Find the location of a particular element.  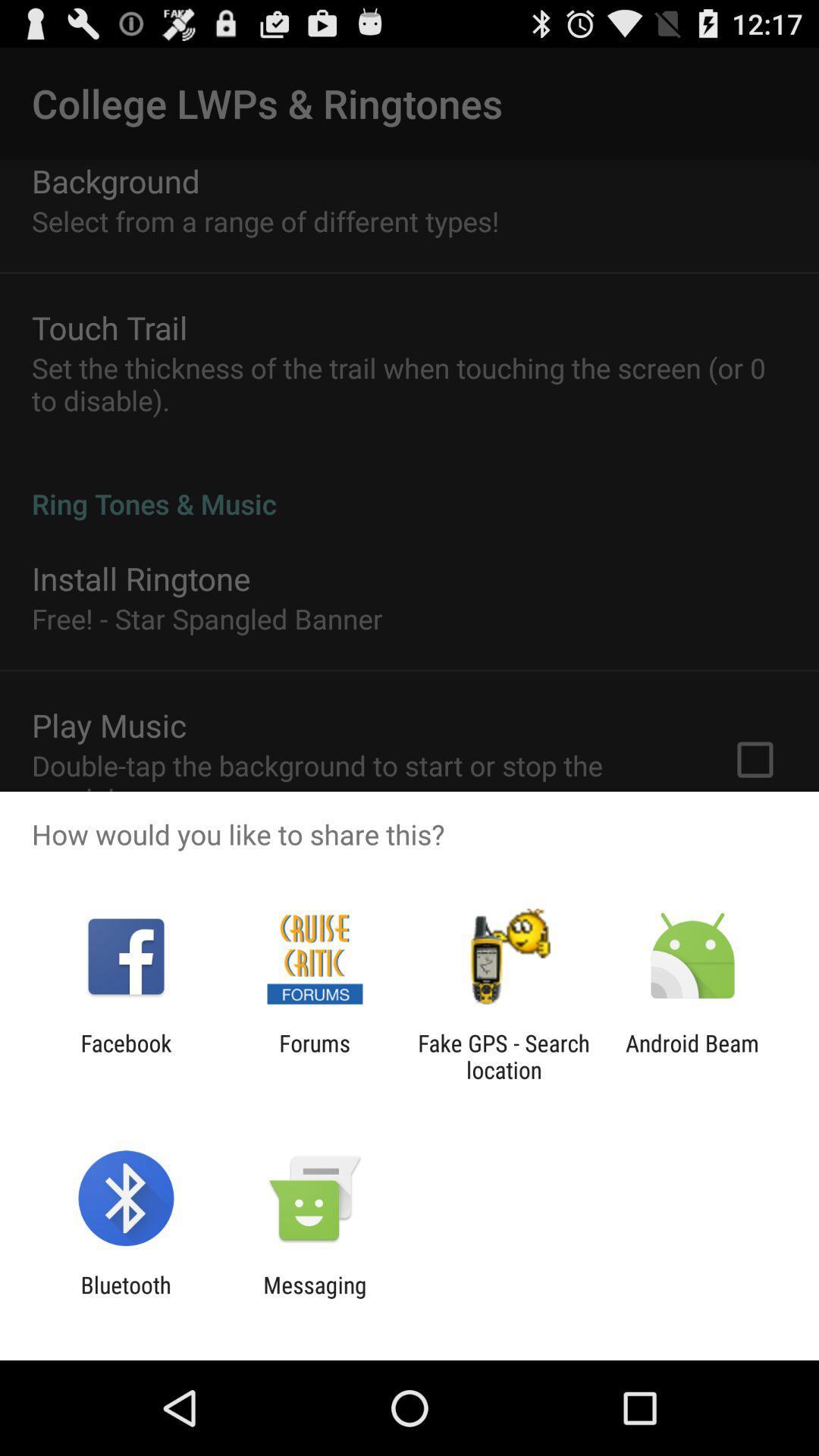

the android beam is located at coordinates (692, 1056).